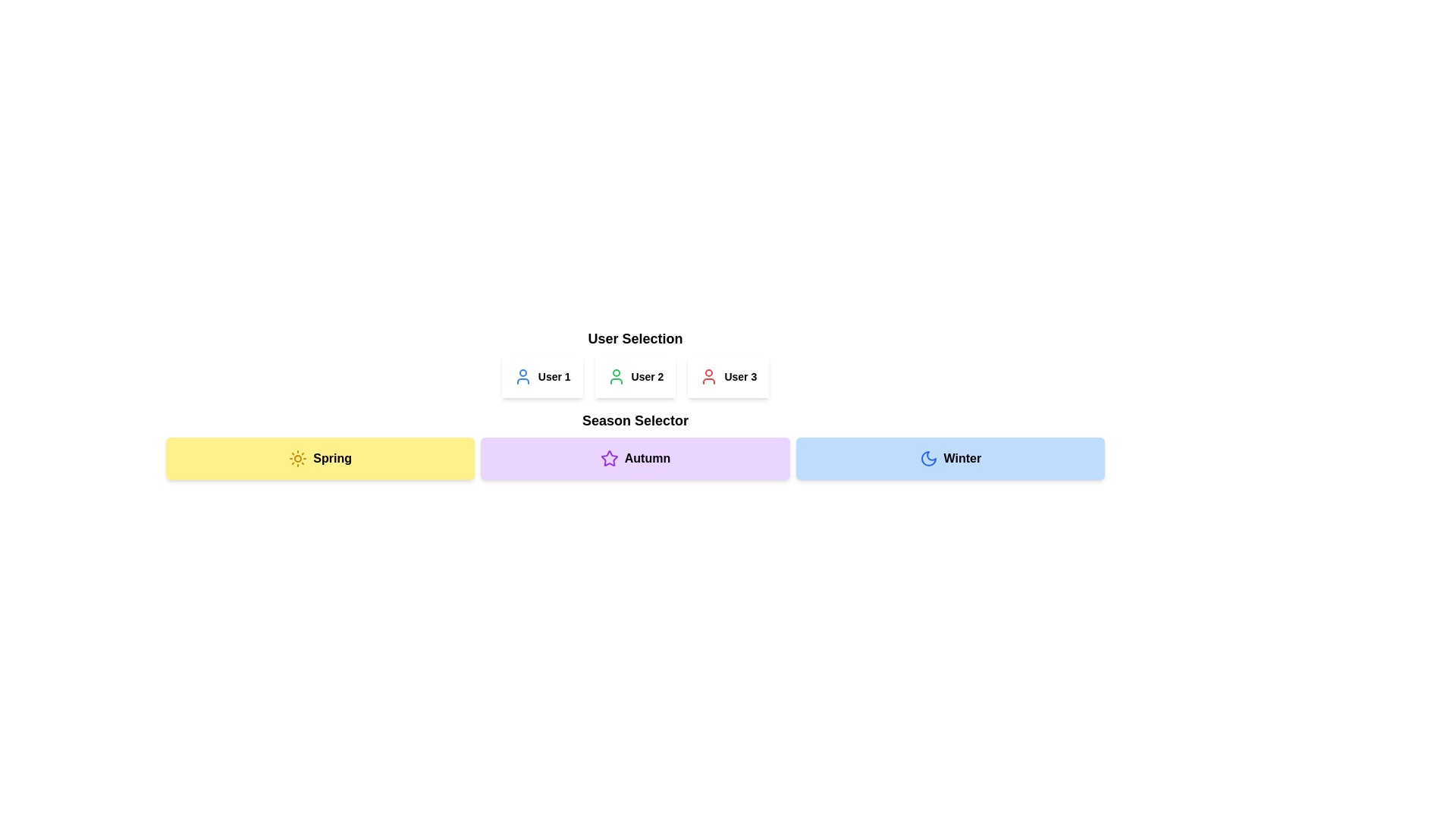 The width and height of the screenshot is (1456, 819). I want to click on the rectangular button with a soft purple background and a centered star icon, labeled 'Autumn', so click(635, 458).